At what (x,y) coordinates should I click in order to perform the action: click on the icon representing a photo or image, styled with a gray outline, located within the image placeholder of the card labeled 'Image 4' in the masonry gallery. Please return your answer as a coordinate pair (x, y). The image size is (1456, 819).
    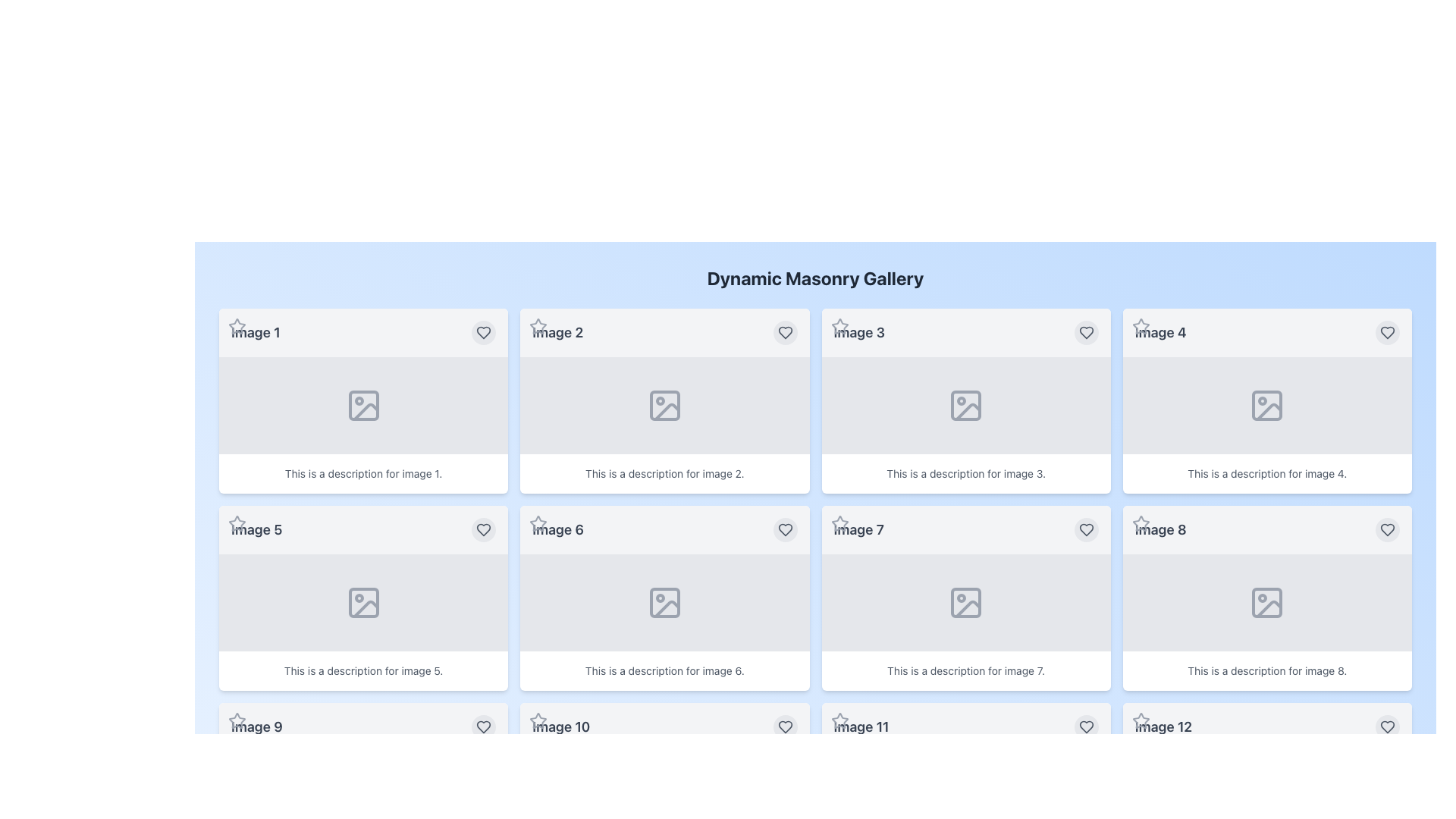
    Looking at the image, I should click on (1269, 412).